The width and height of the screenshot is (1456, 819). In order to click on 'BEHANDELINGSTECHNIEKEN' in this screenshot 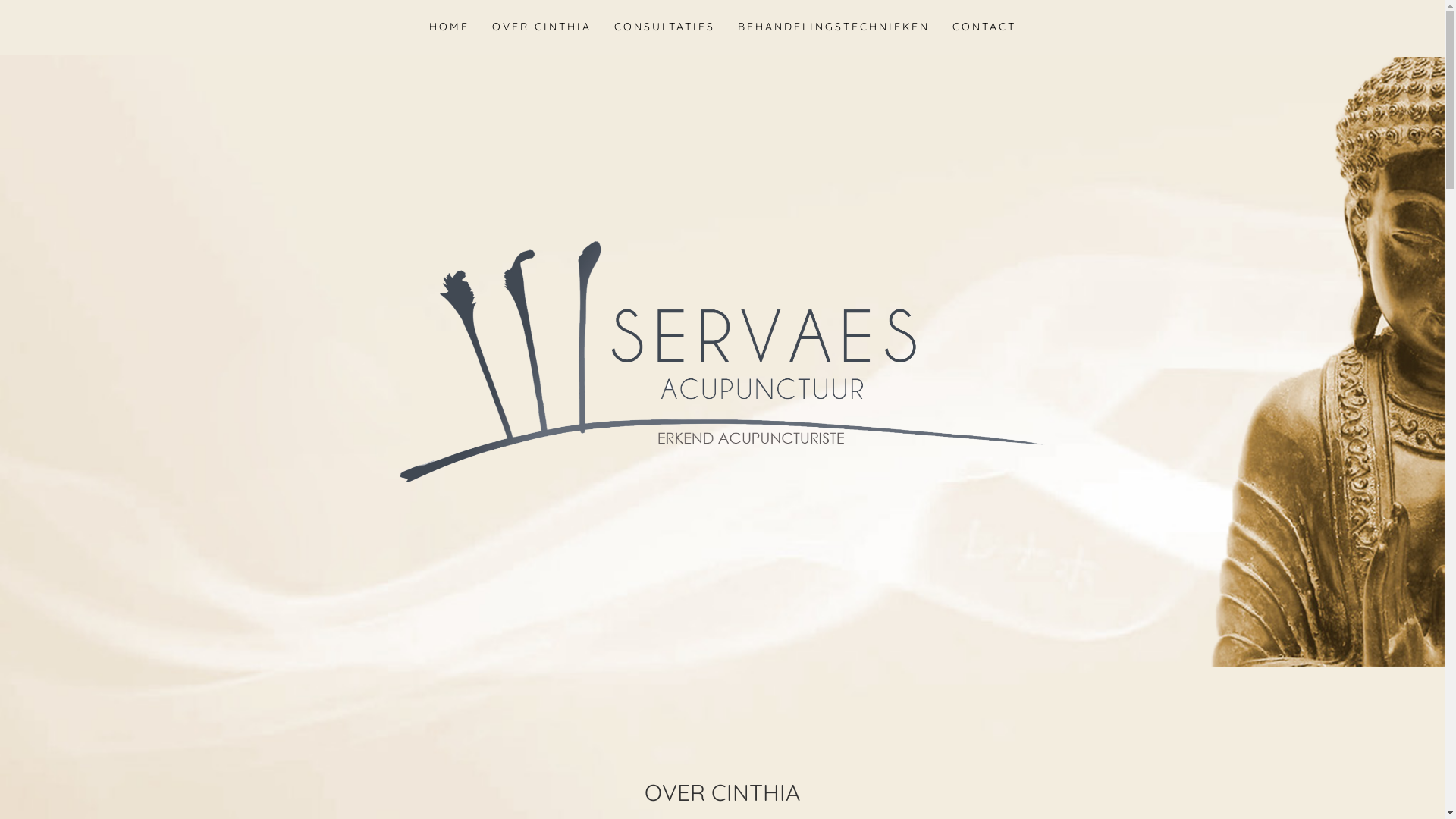, I will do `click(833, 27)`.